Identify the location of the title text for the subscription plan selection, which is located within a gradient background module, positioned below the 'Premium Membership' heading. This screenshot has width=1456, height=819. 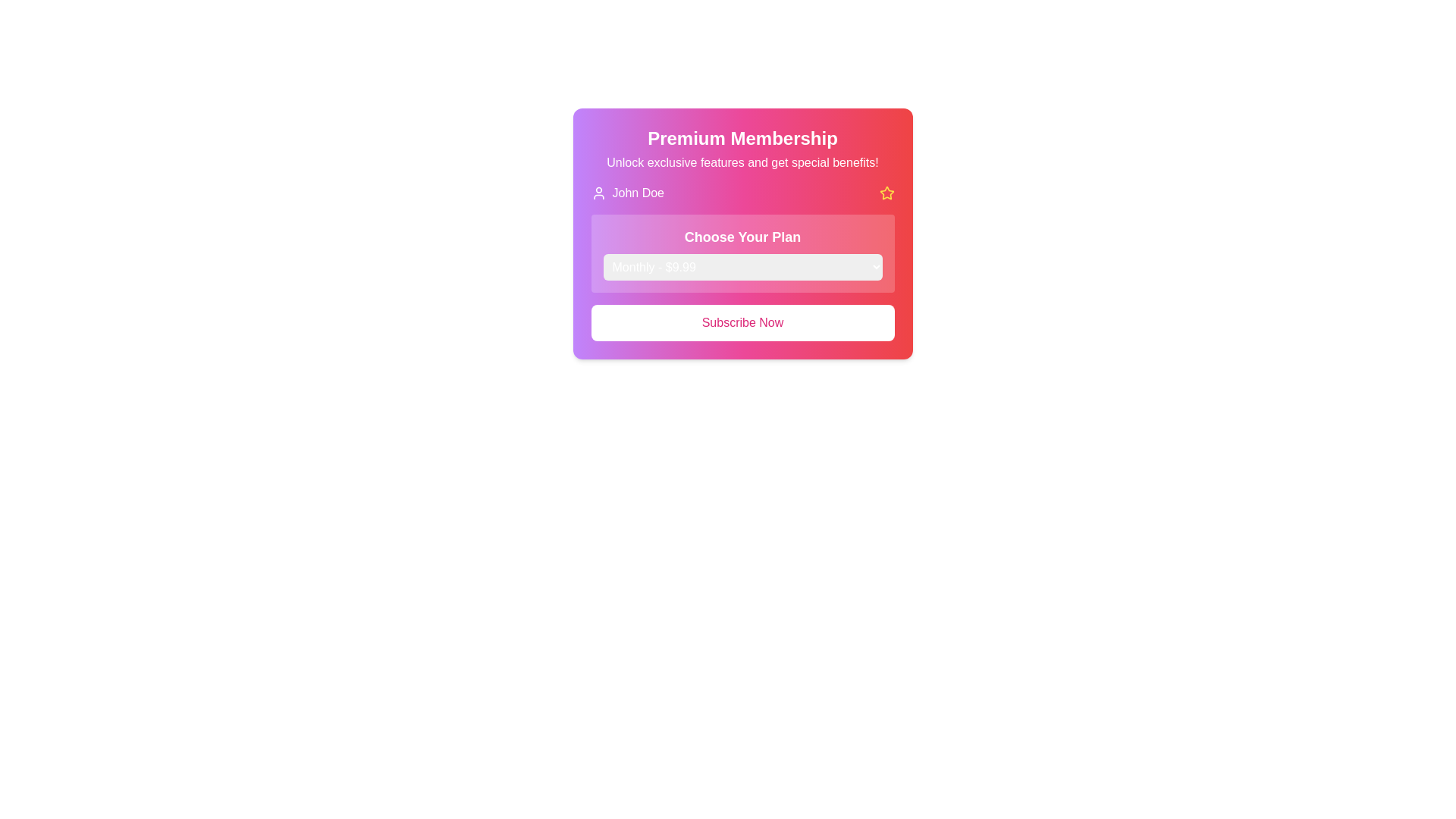
(742, 237).